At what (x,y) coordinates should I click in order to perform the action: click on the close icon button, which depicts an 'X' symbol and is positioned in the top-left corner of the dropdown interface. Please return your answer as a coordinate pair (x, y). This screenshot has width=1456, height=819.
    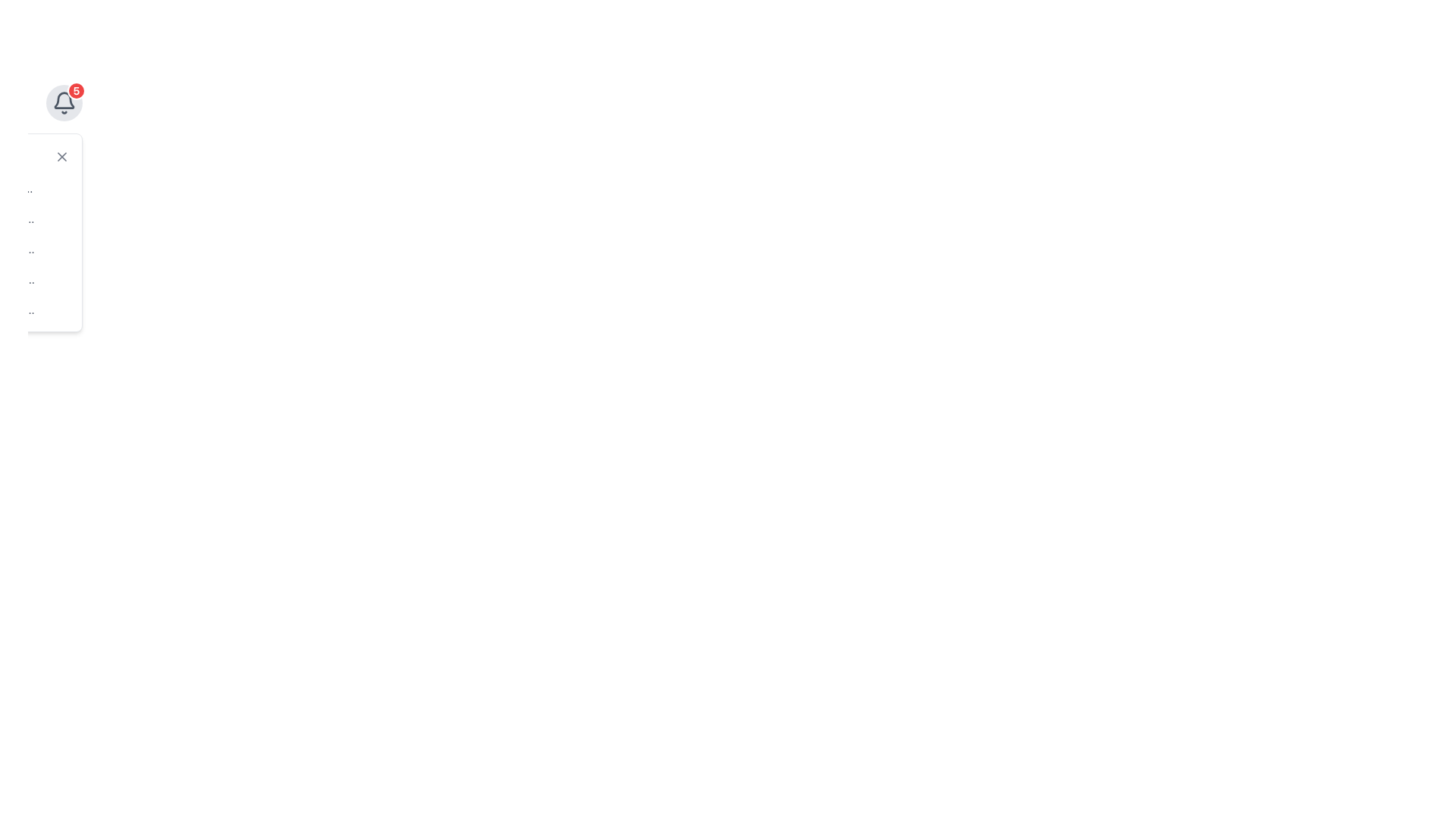
    Looking at the image, I should click on (61, 157).